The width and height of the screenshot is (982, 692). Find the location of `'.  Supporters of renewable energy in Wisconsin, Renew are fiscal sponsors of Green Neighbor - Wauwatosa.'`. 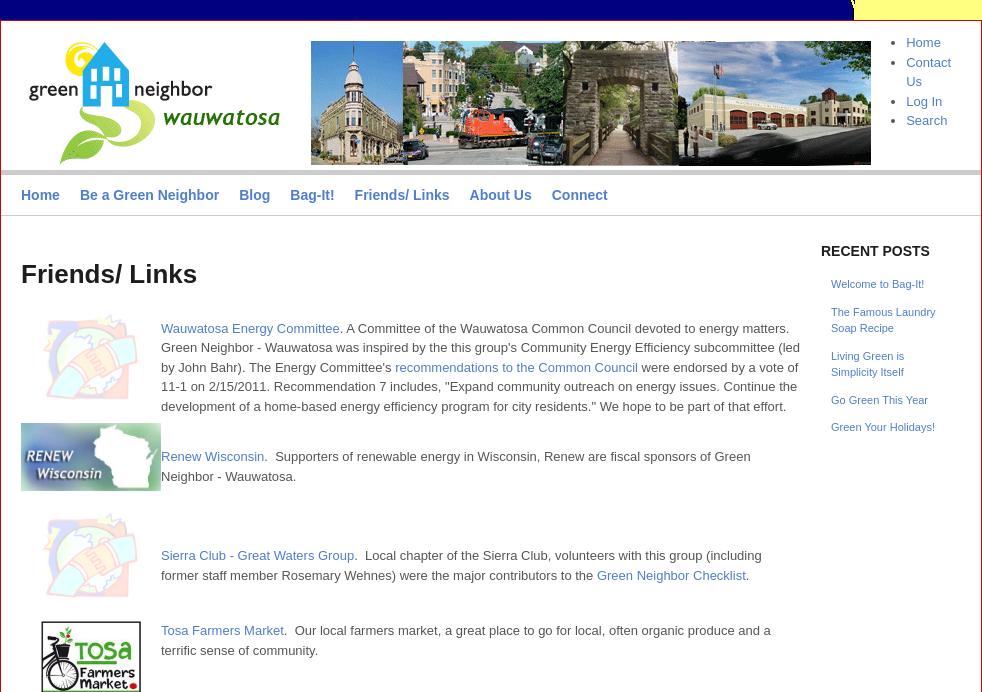

'.  Supporters of renewable energy in Wisconsin, Renew are fiscal sponsors of Green Neighbor - Wauwatosa.' is located at coordinates (455, 465).